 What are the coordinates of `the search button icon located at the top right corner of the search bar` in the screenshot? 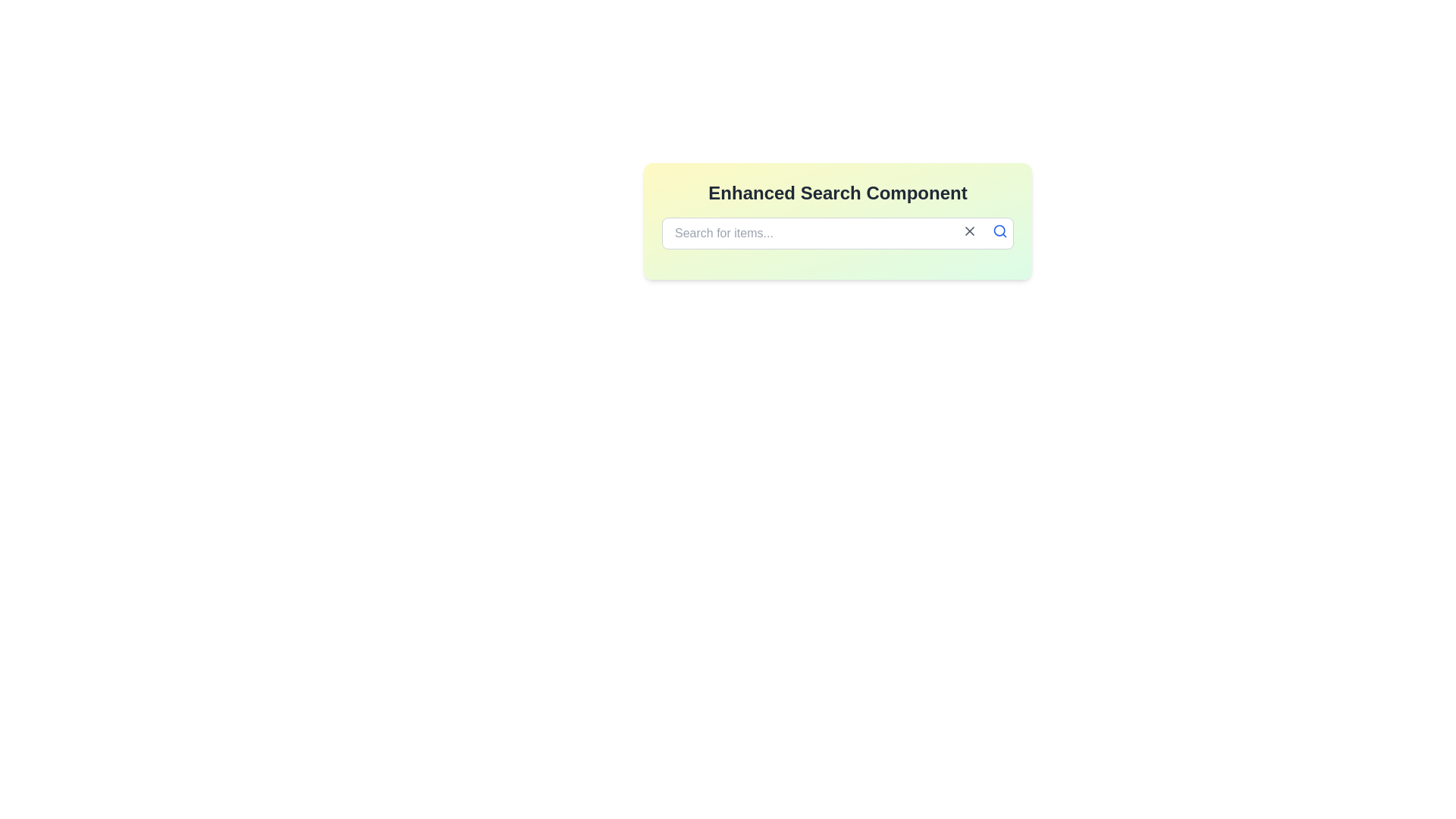 It's located at (1000, 231).